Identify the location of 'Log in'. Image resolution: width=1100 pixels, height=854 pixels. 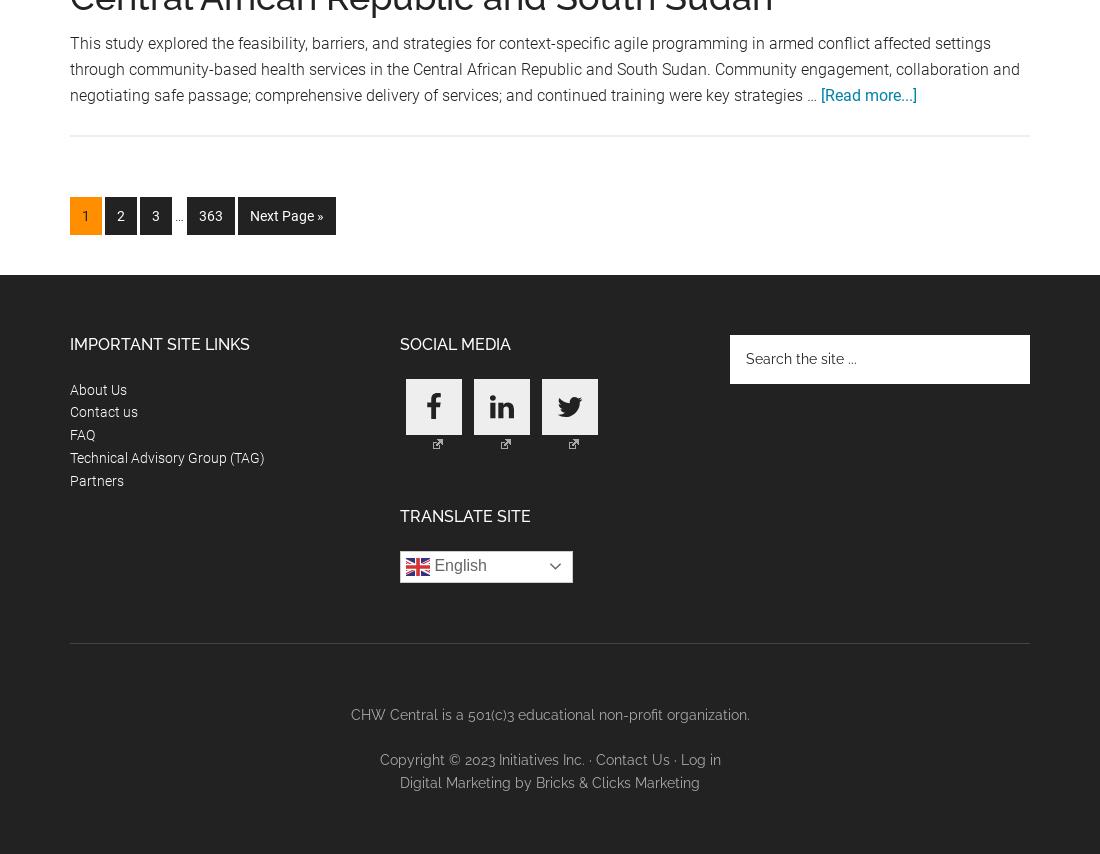
(699, 758).